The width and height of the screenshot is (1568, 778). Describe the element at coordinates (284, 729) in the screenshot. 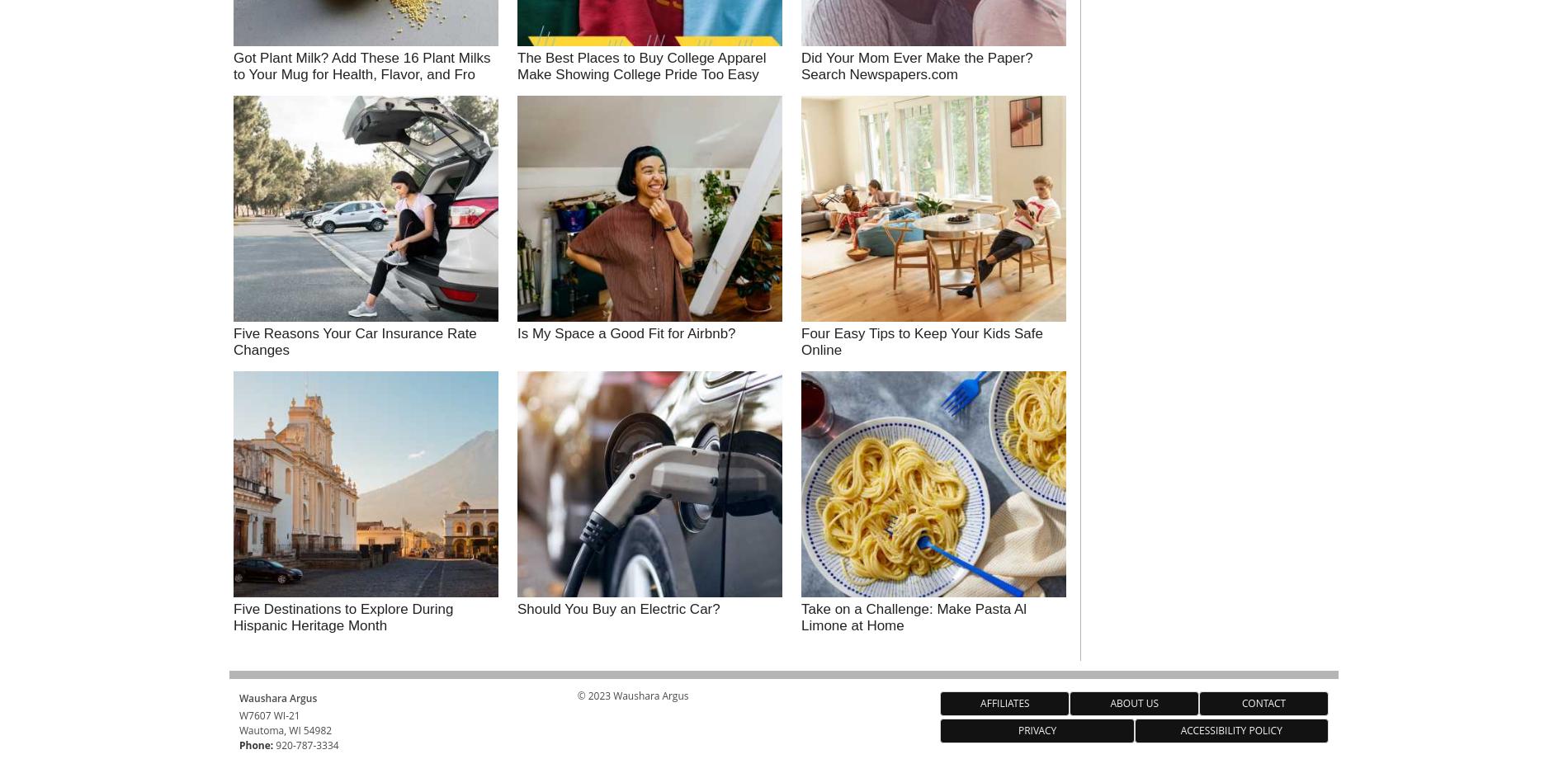

I see `'Wautoma, WI 54982'` at that location.